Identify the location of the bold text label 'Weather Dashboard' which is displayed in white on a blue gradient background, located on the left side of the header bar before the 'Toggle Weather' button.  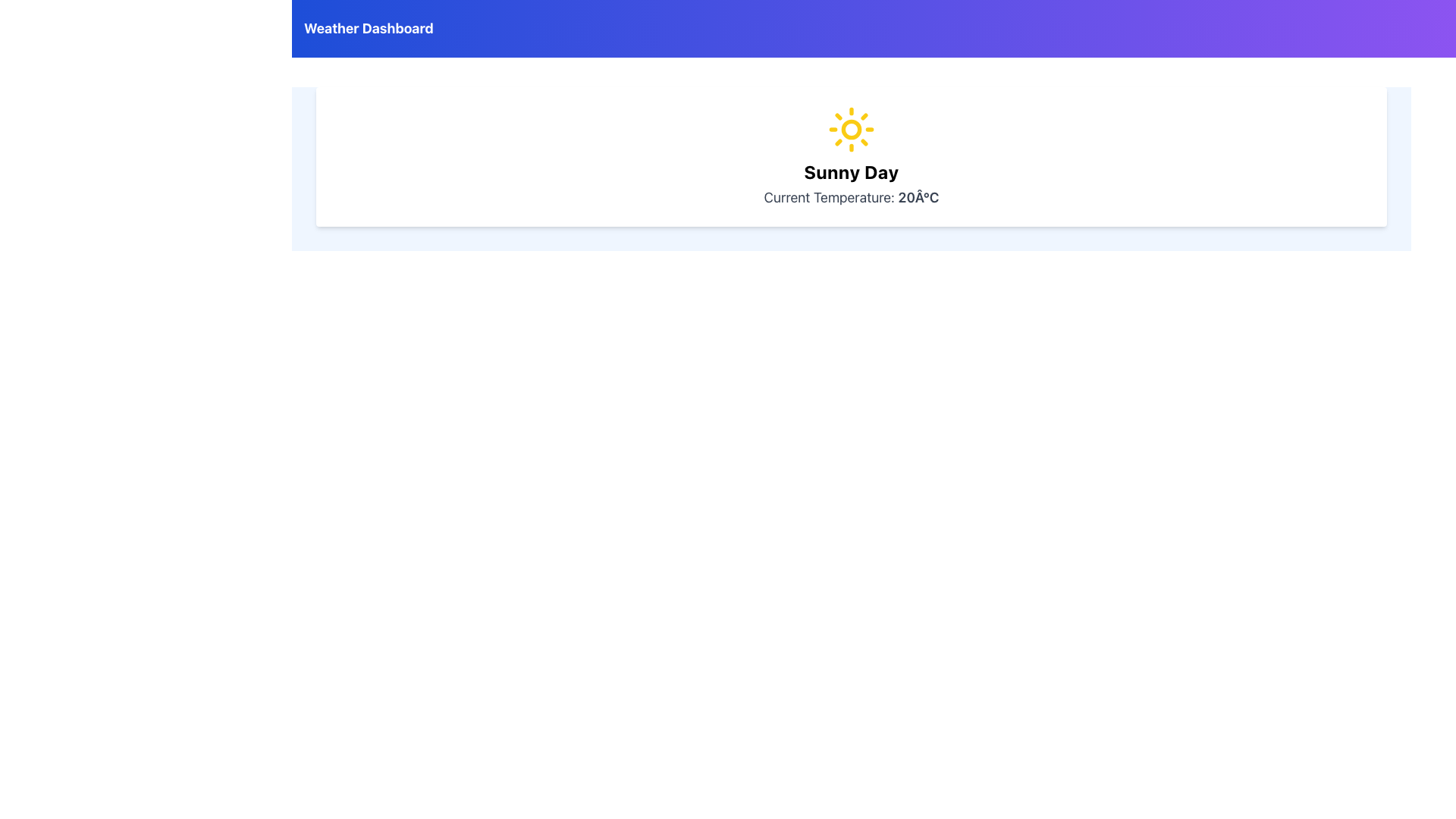
(369, 29).